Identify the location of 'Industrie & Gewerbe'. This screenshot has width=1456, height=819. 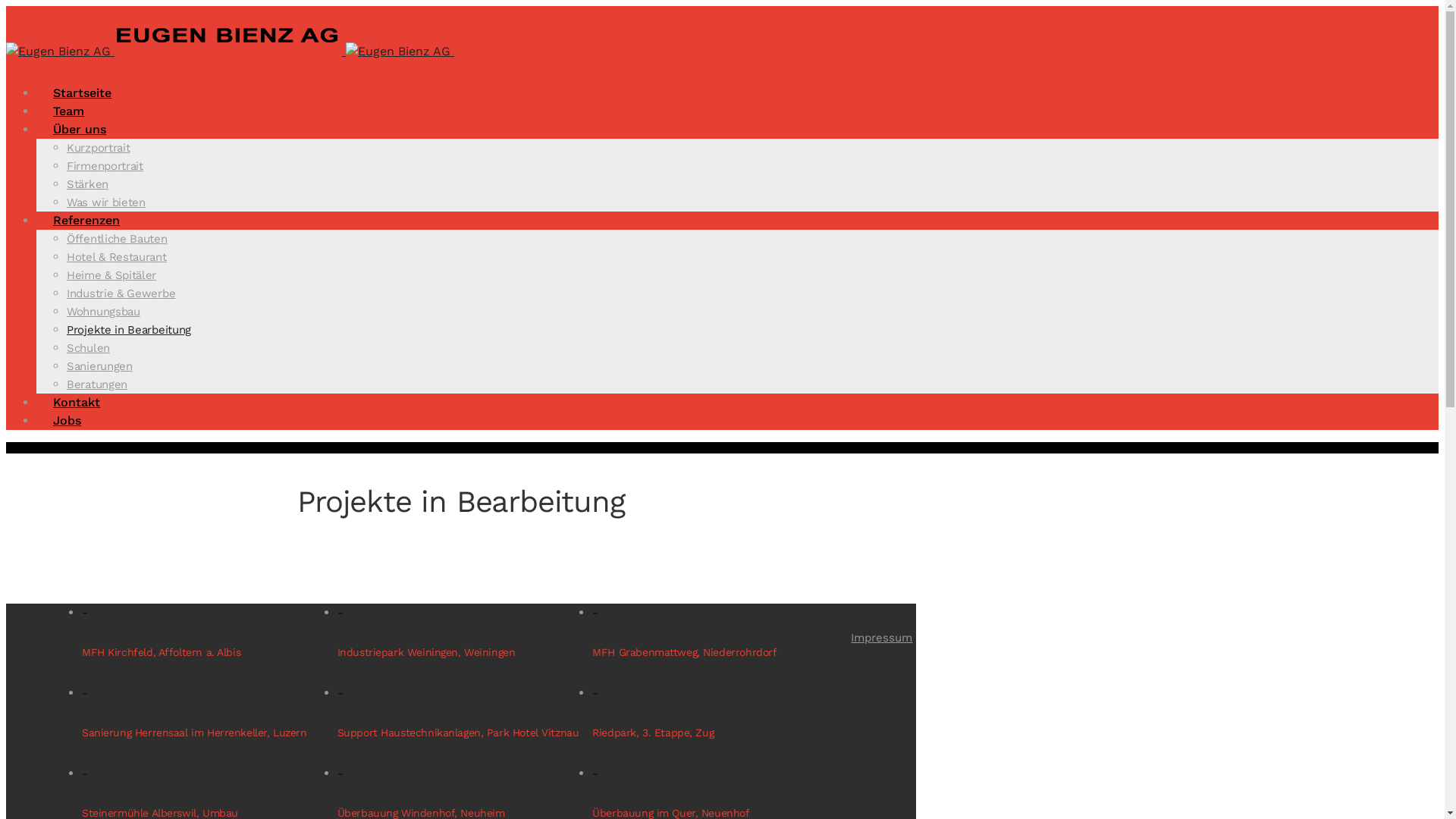
(65, 293).